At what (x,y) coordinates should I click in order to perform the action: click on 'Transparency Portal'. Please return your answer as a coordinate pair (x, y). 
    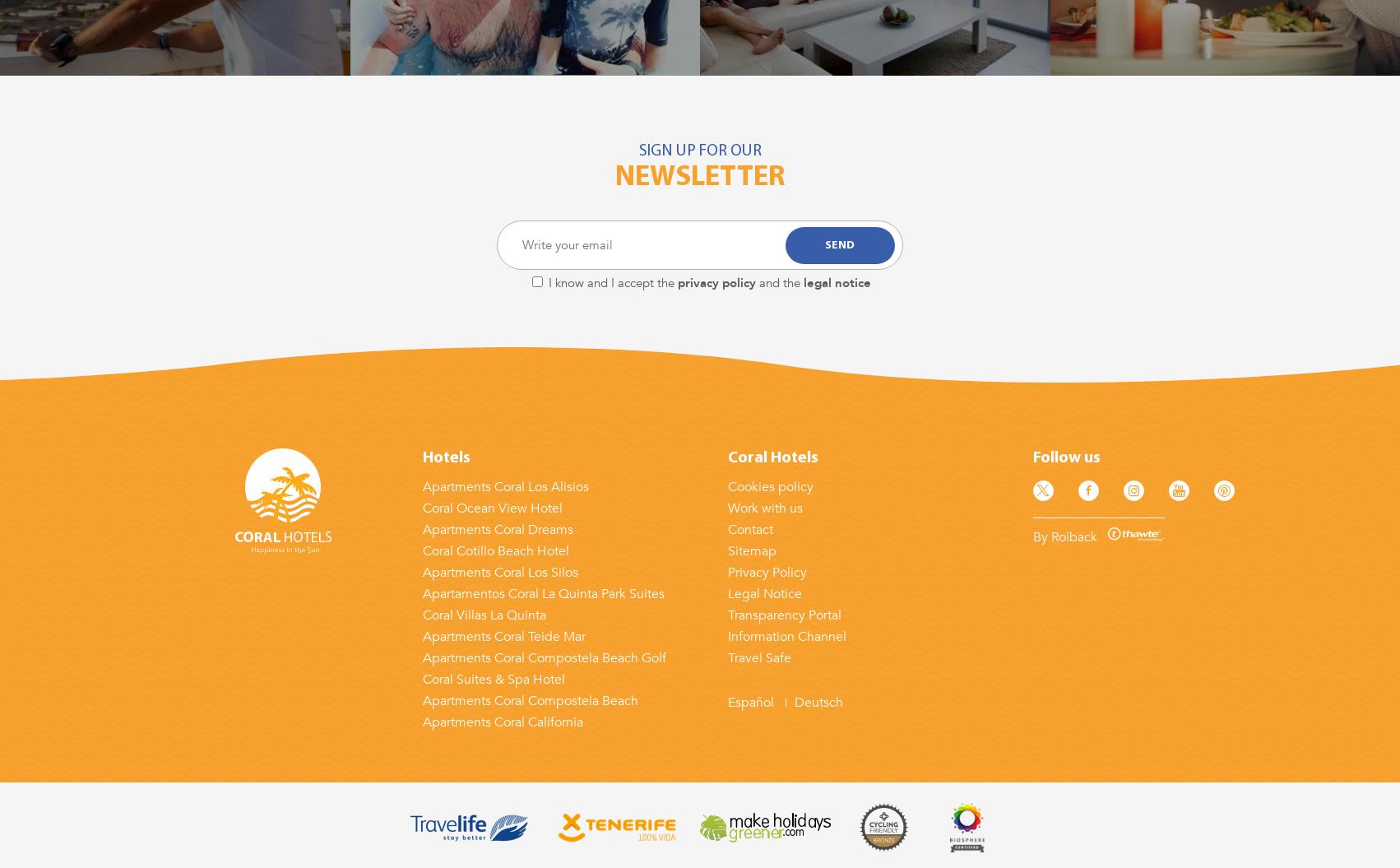
    Looking at the image, I should click on (783, 615).